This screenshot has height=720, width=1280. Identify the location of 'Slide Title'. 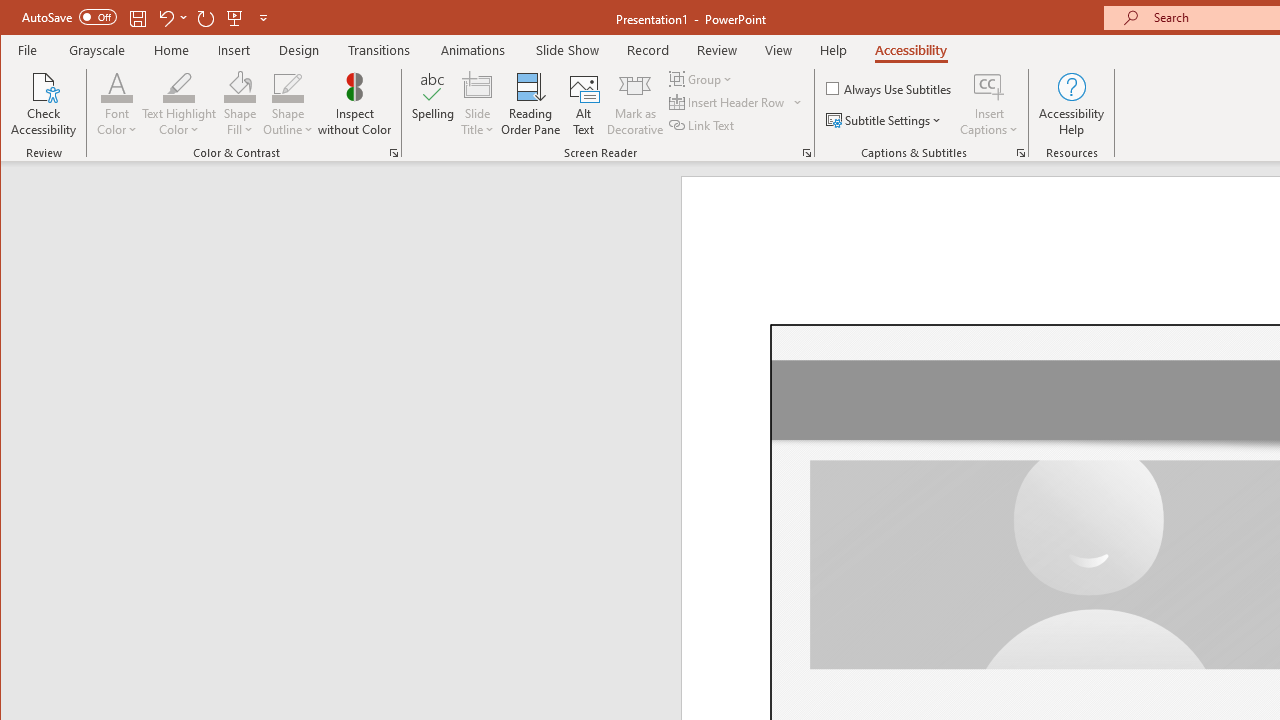
(477, 104).